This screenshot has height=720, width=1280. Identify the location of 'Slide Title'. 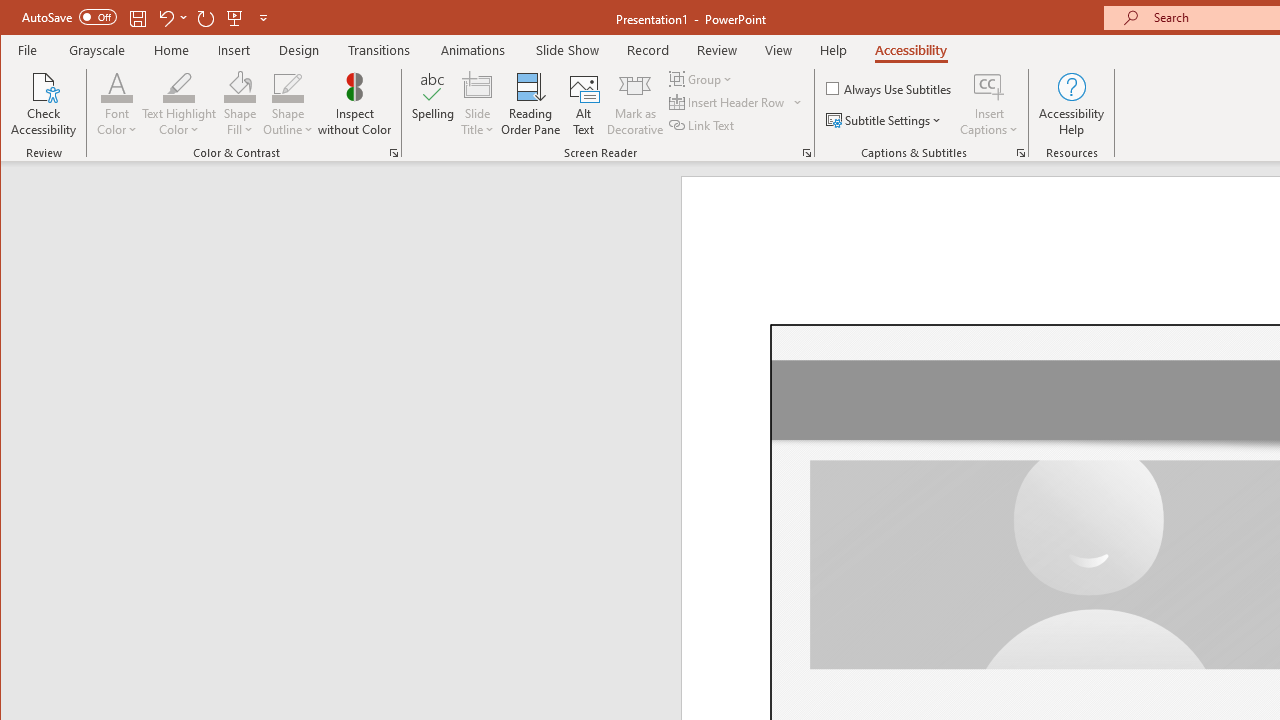
(477, 104).